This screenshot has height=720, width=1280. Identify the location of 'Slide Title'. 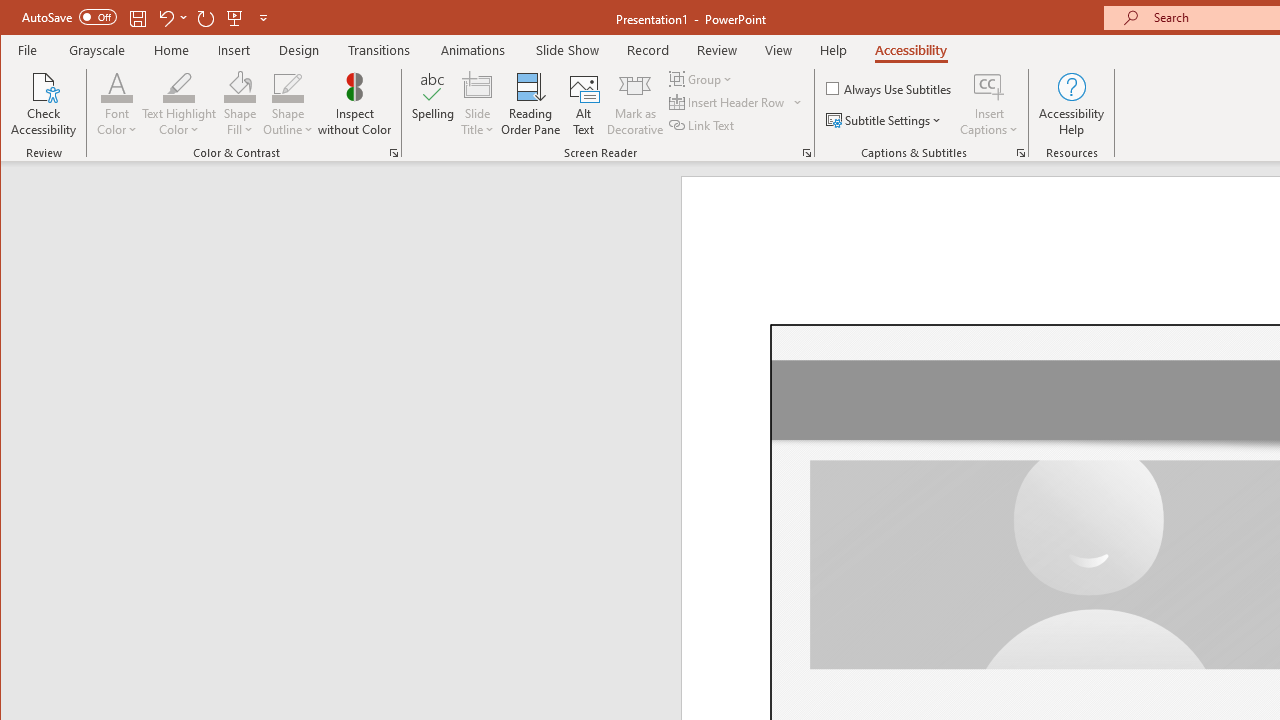
(477, 104).